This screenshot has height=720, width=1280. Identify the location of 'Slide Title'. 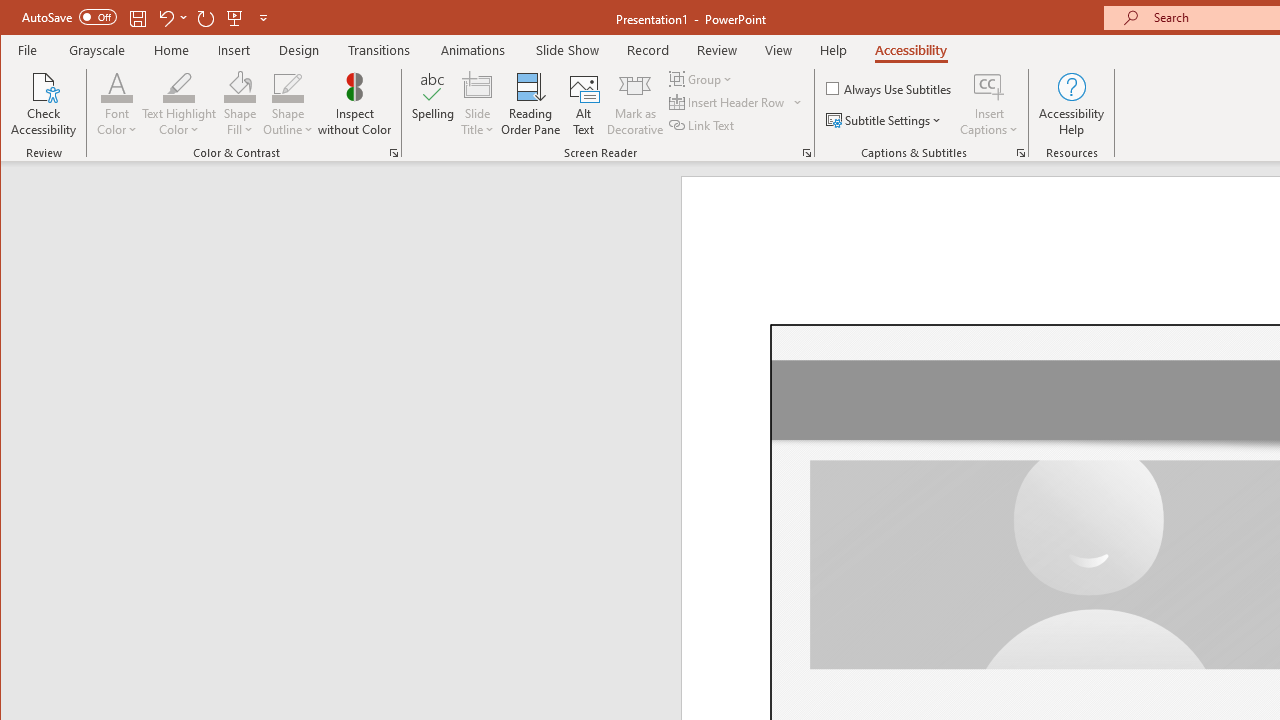
(477, 104).